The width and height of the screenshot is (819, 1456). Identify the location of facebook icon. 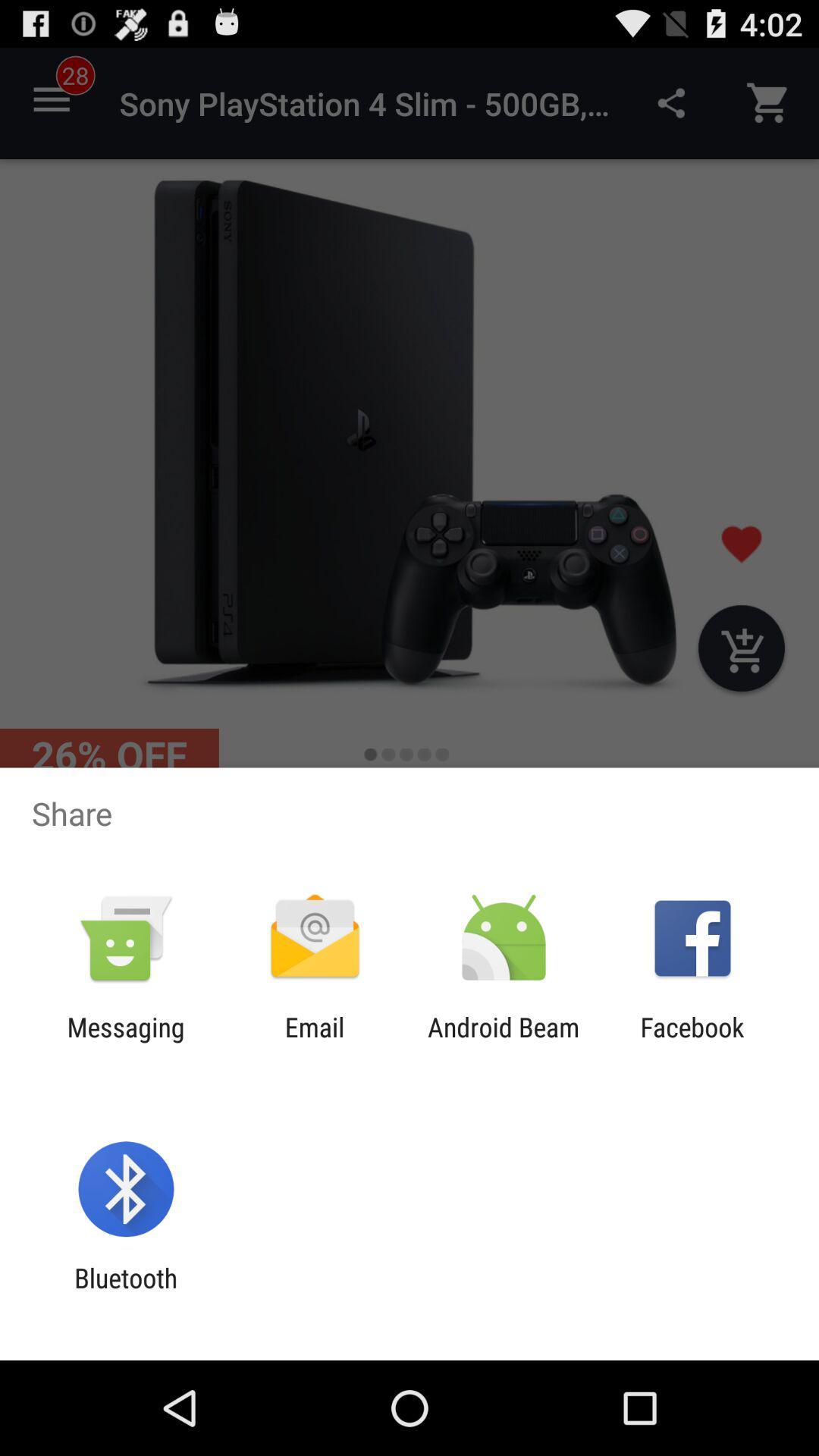
(692, 1042).